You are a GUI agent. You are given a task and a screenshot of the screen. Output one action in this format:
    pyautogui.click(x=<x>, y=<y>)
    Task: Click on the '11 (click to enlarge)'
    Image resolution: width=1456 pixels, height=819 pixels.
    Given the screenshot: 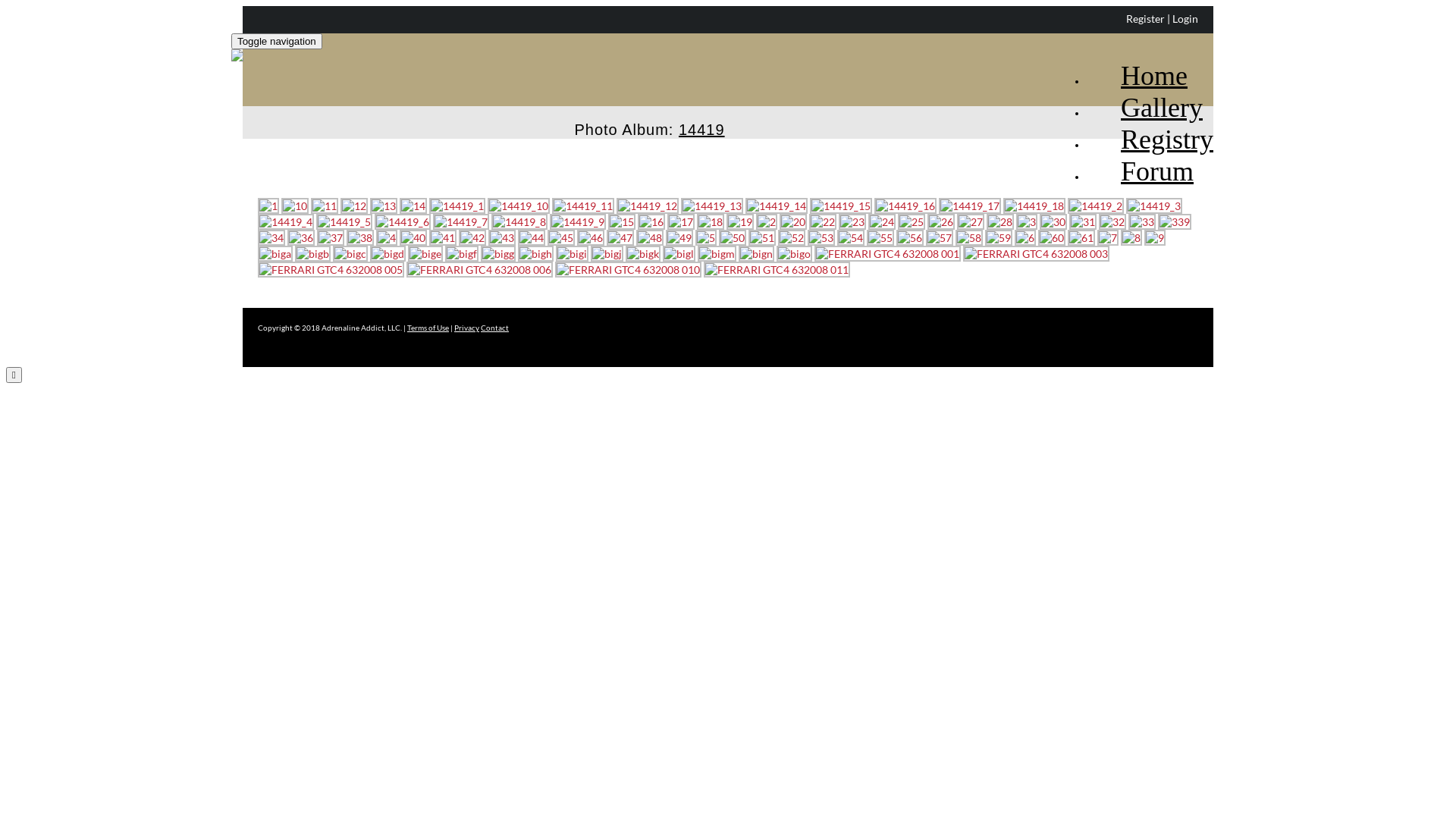 What is the action you would take?
    pyautogui.click(x=323, y=206)
    